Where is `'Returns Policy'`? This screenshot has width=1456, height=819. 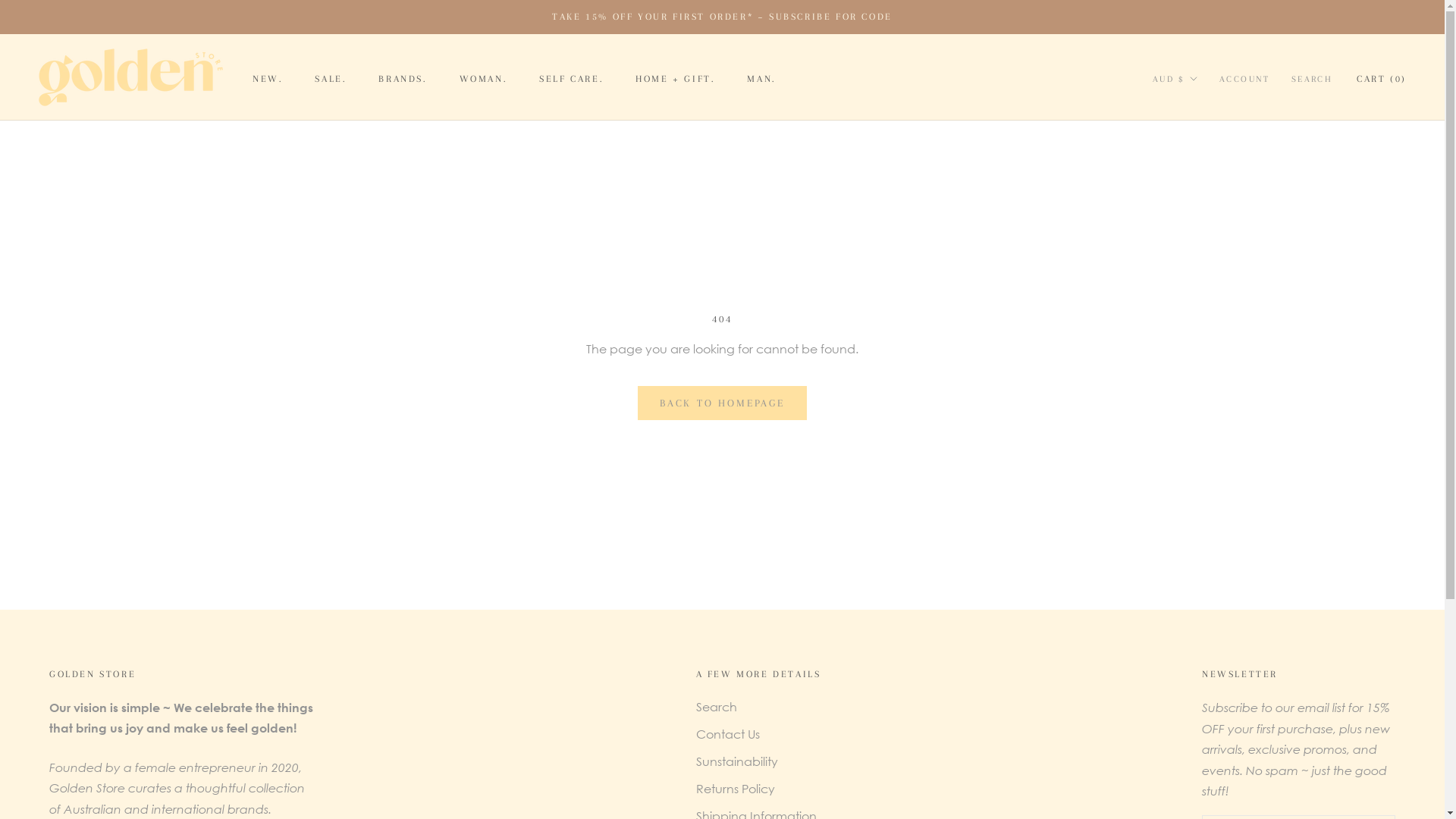 'Returns Policy' is located at coordinates (758, 788).